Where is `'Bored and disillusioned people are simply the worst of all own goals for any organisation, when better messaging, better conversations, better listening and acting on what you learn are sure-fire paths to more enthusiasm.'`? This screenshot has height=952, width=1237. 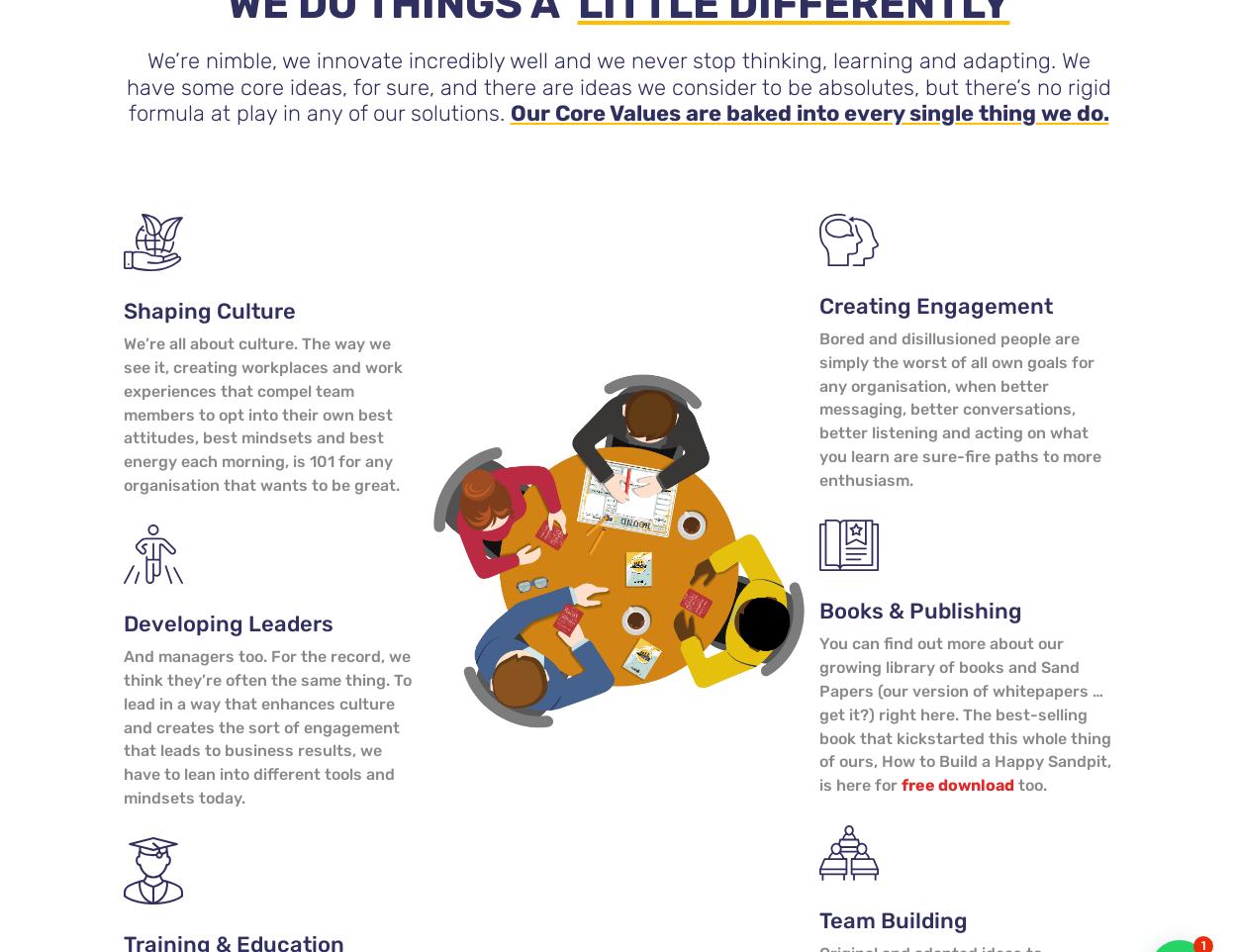
'Bored and disillusioned people are simply the worst of all own goals for any organisation, when better messaging, better conversations, better listening and acting on what you learn are sure-fire paths to more enthusiasm.' is located at coordinates (959, 408).